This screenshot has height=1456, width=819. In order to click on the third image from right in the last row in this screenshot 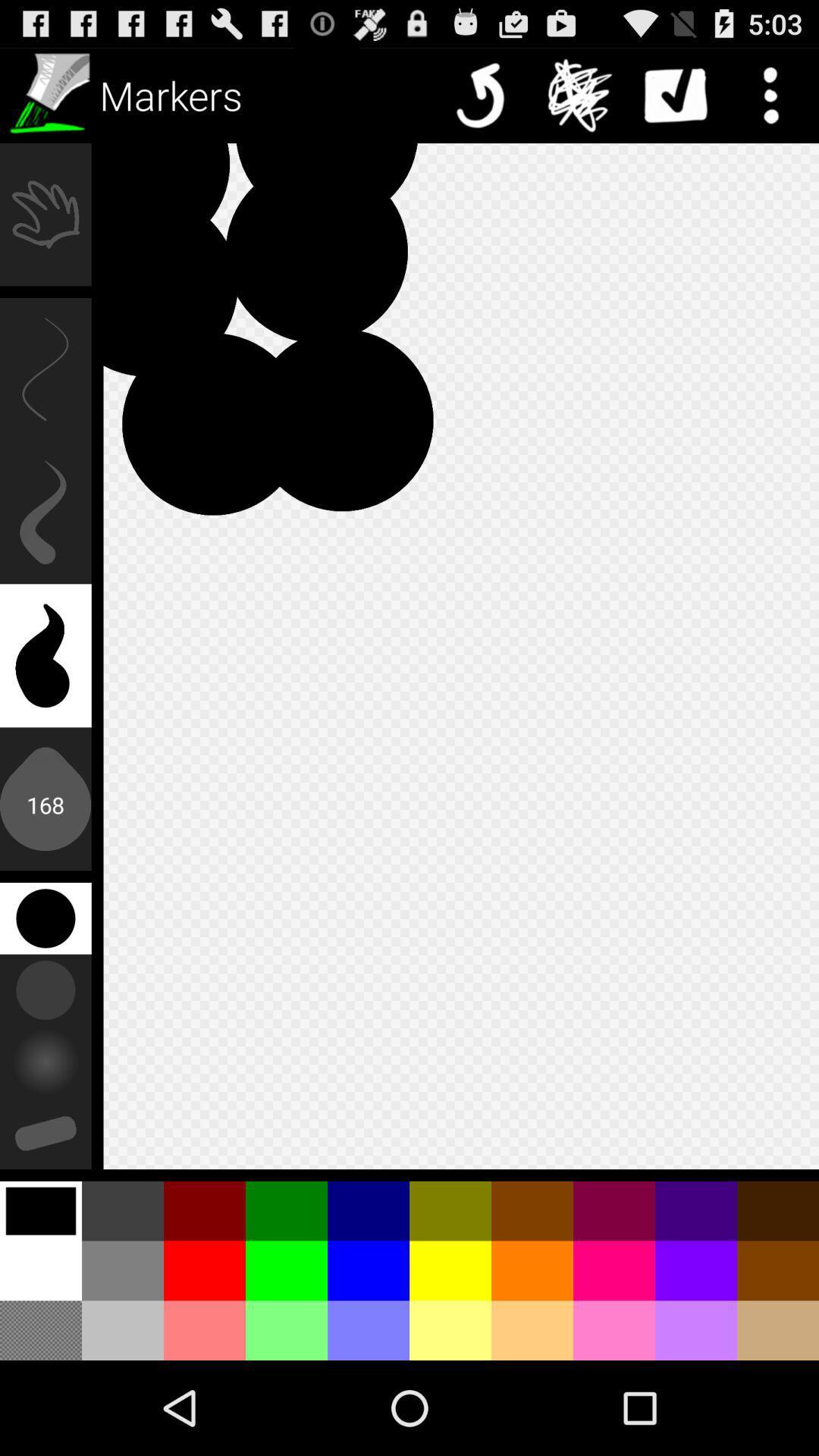, I will do `click(614, 1329)`.